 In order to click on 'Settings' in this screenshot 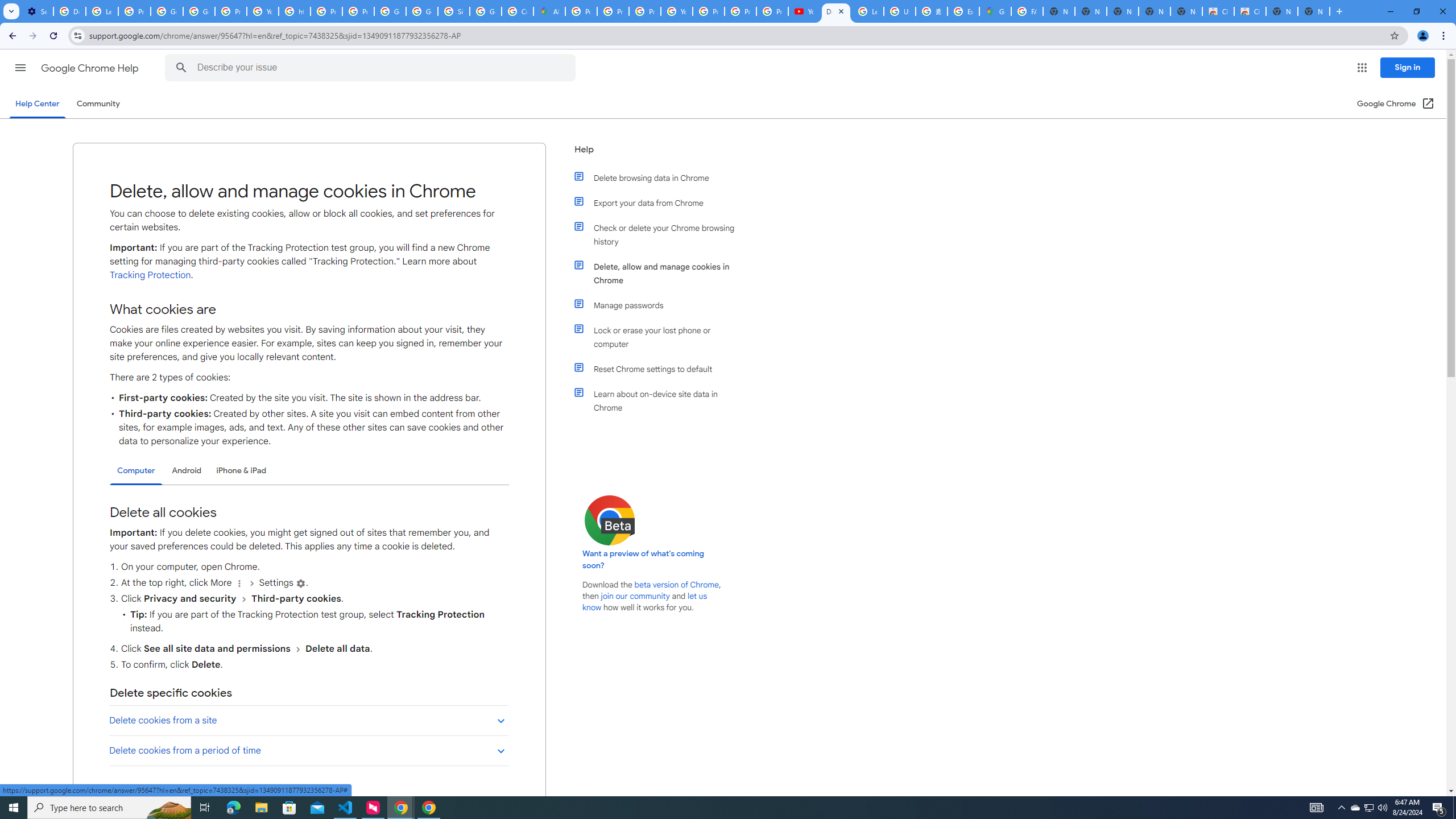, I will do `click(301, 584)`.